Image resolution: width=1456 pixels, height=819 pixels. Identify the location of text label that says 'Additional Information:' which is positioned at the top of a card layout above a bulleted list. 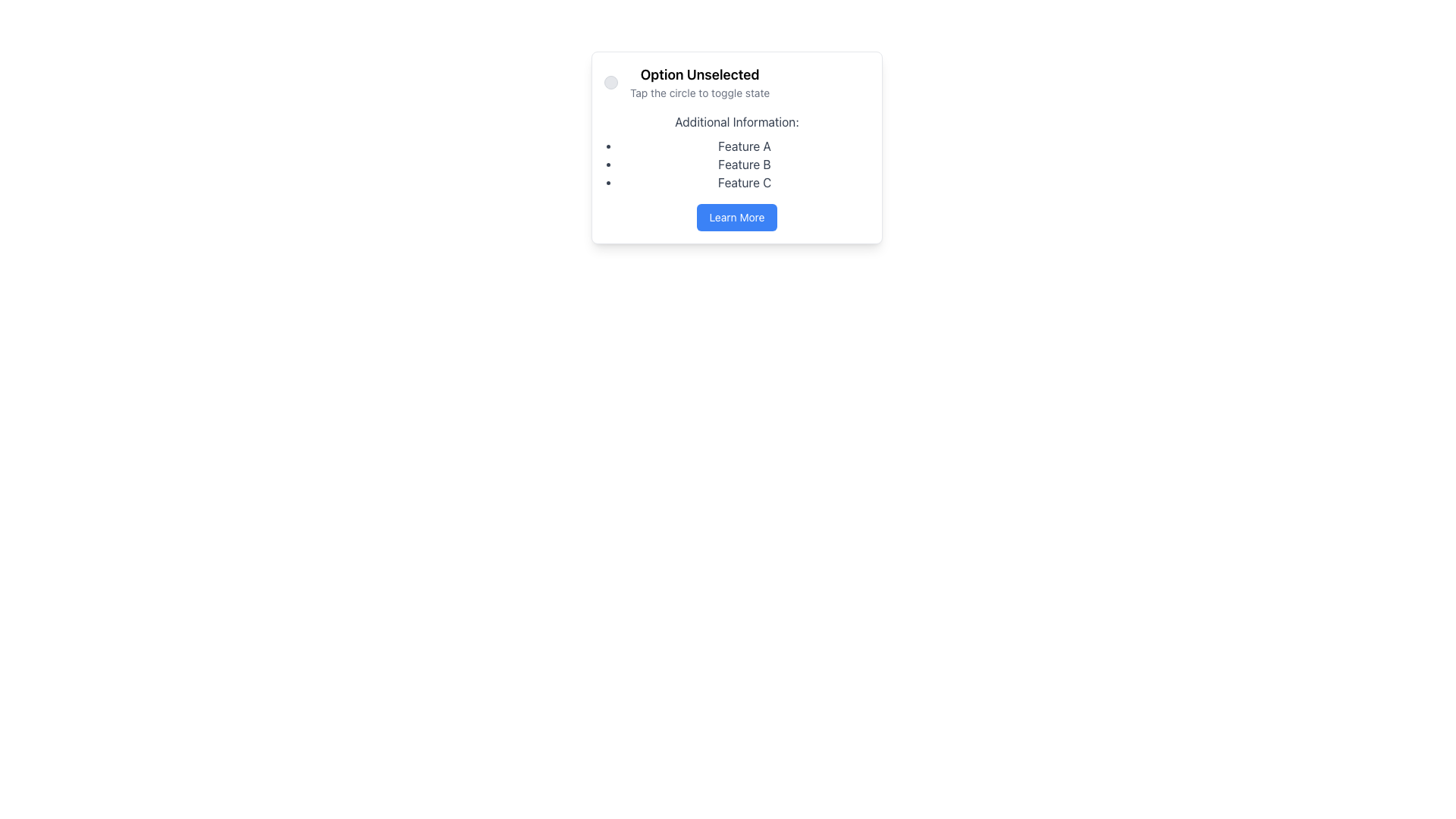
(736, 121).